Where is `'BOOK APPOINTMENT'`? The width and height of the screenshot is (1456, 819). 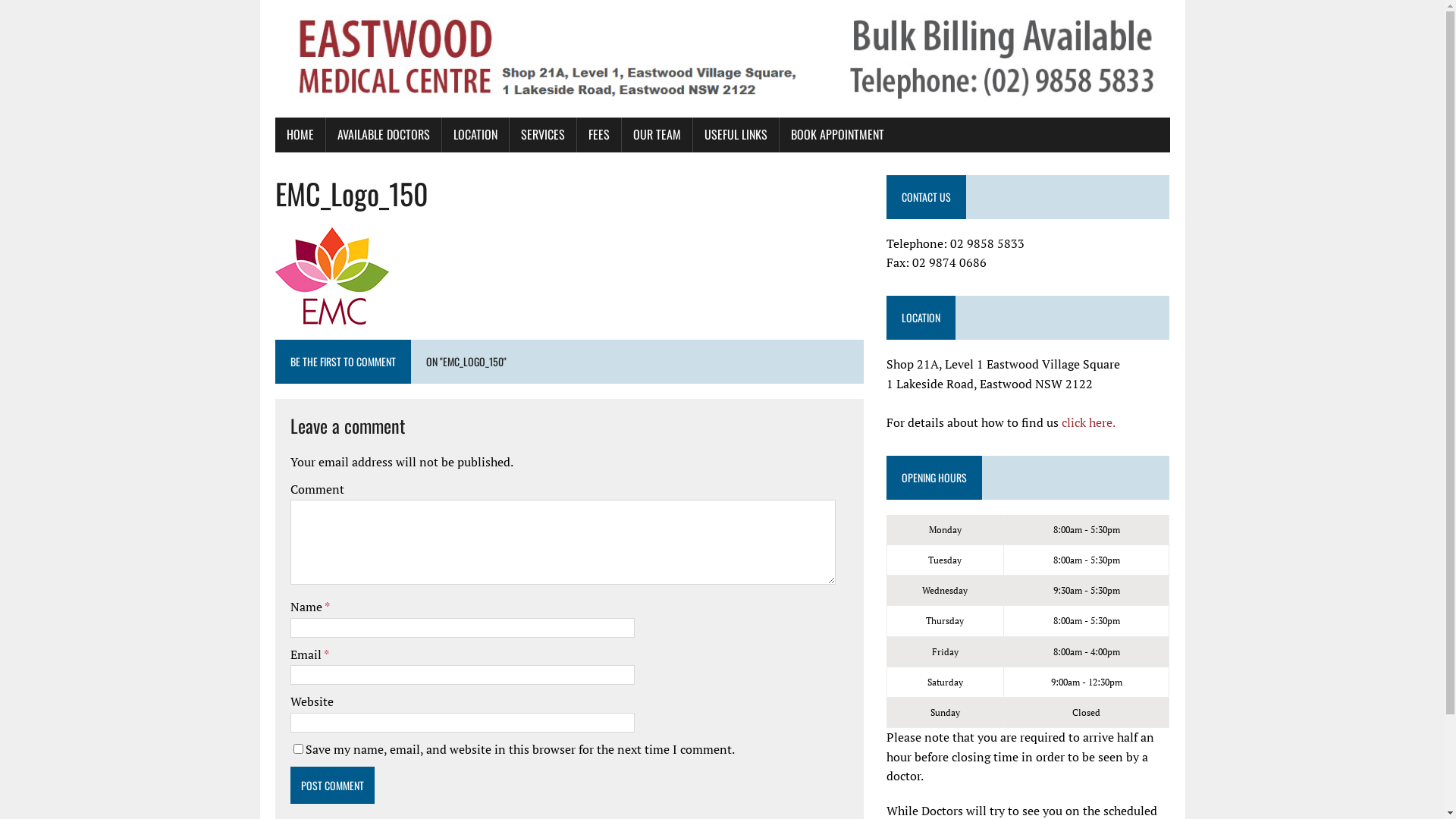 'BOOK APPOINTMENT' is located at coordinates (779, 133).